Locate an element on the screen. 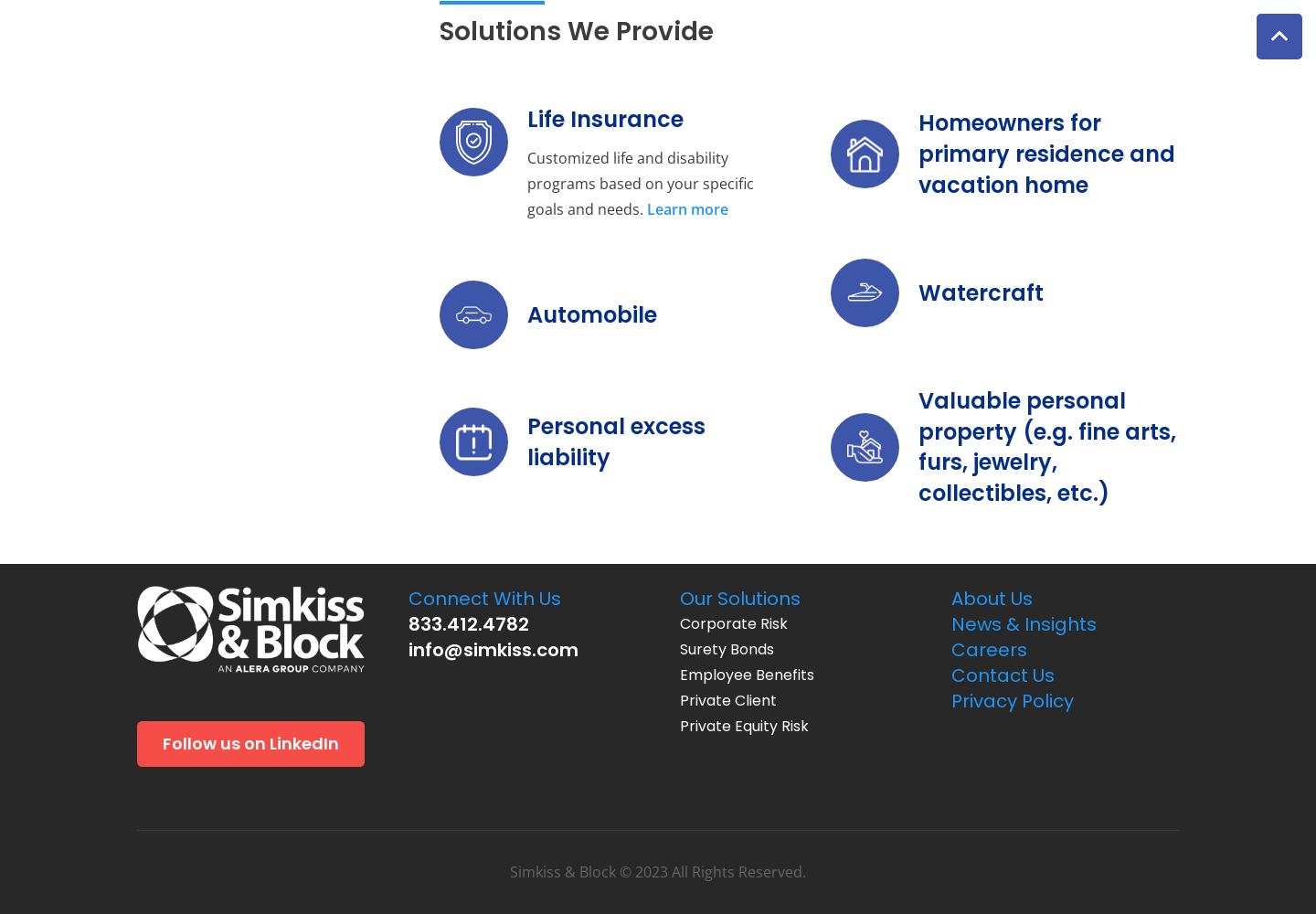 The height and width of the screenshot is (914, 1316). 'Our Solutions' is located at coordinates (679, 599).